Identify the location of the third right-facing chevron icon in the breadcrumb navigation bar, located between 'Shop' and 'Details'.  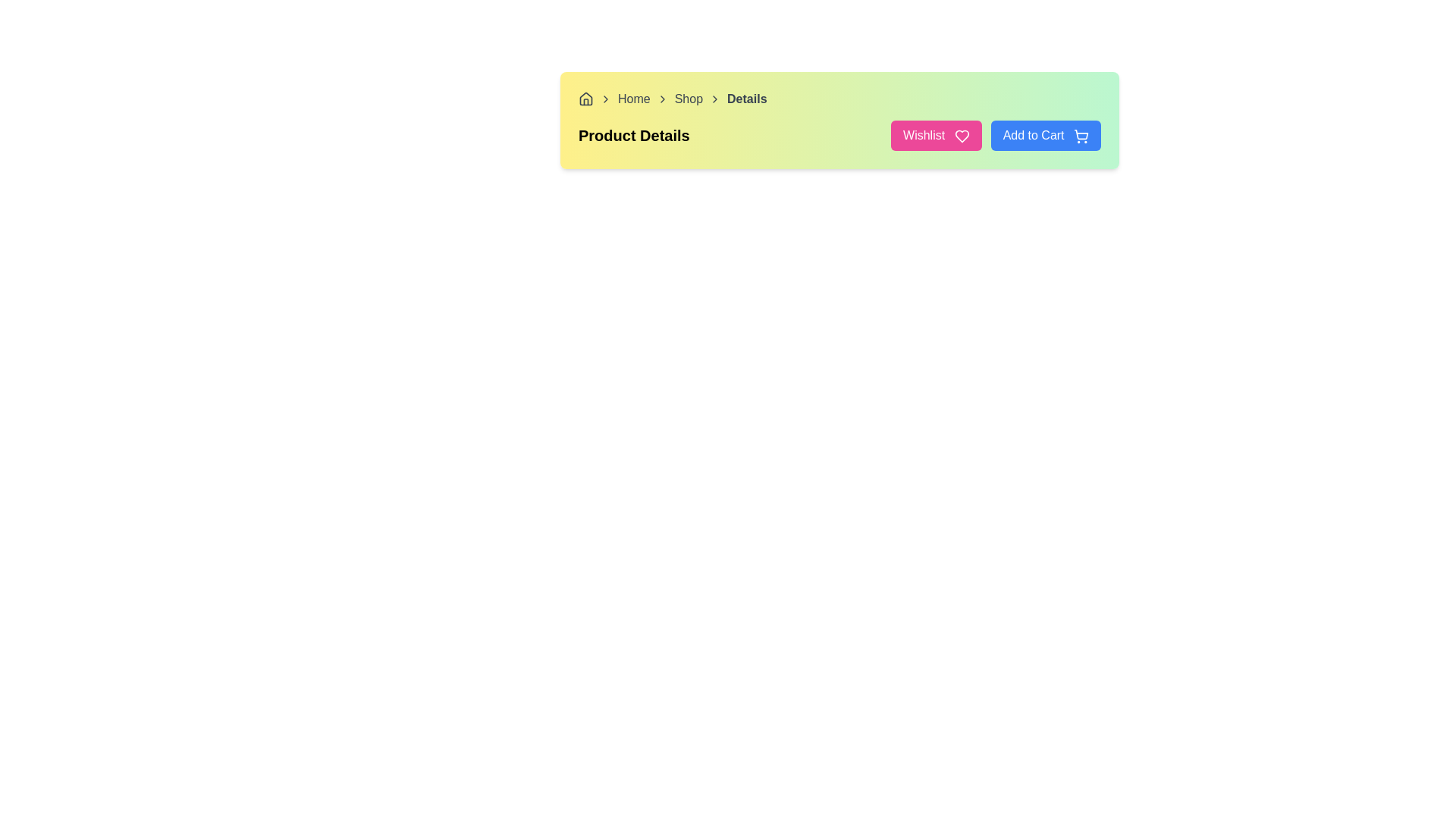
(714, 99).